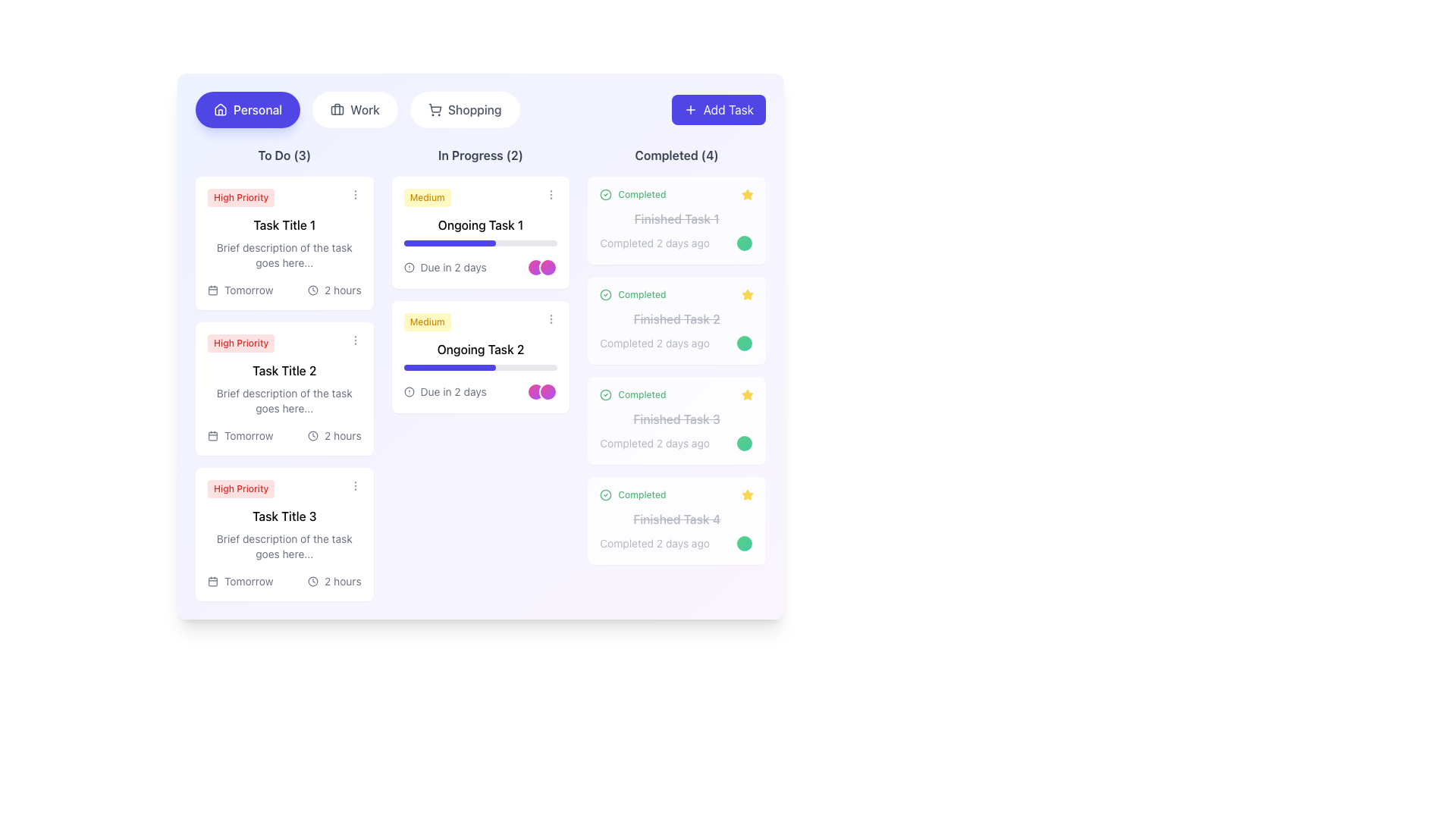 The height and width of the screenshot is (819, 1456). What do you see at coordinates (249, 581) in the screenshot?
I see `the text label displaying the due date for the task in the last card of the 'To Do' column, positioned below the calendar icon and aligned with the '2 hours' text` at bounding box center [249, 581].